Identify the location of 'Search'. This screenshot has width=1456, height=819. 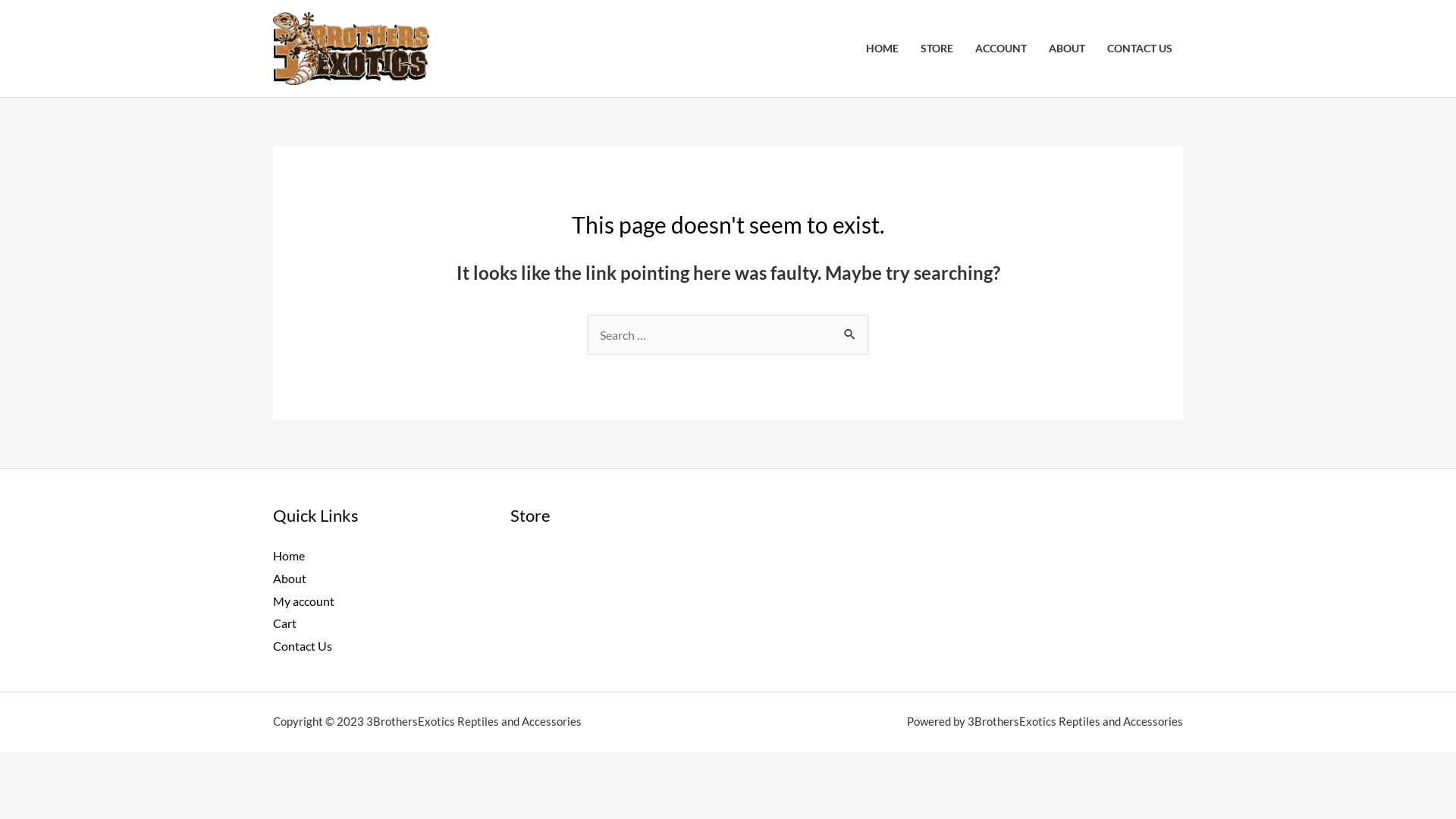
(833, 329).